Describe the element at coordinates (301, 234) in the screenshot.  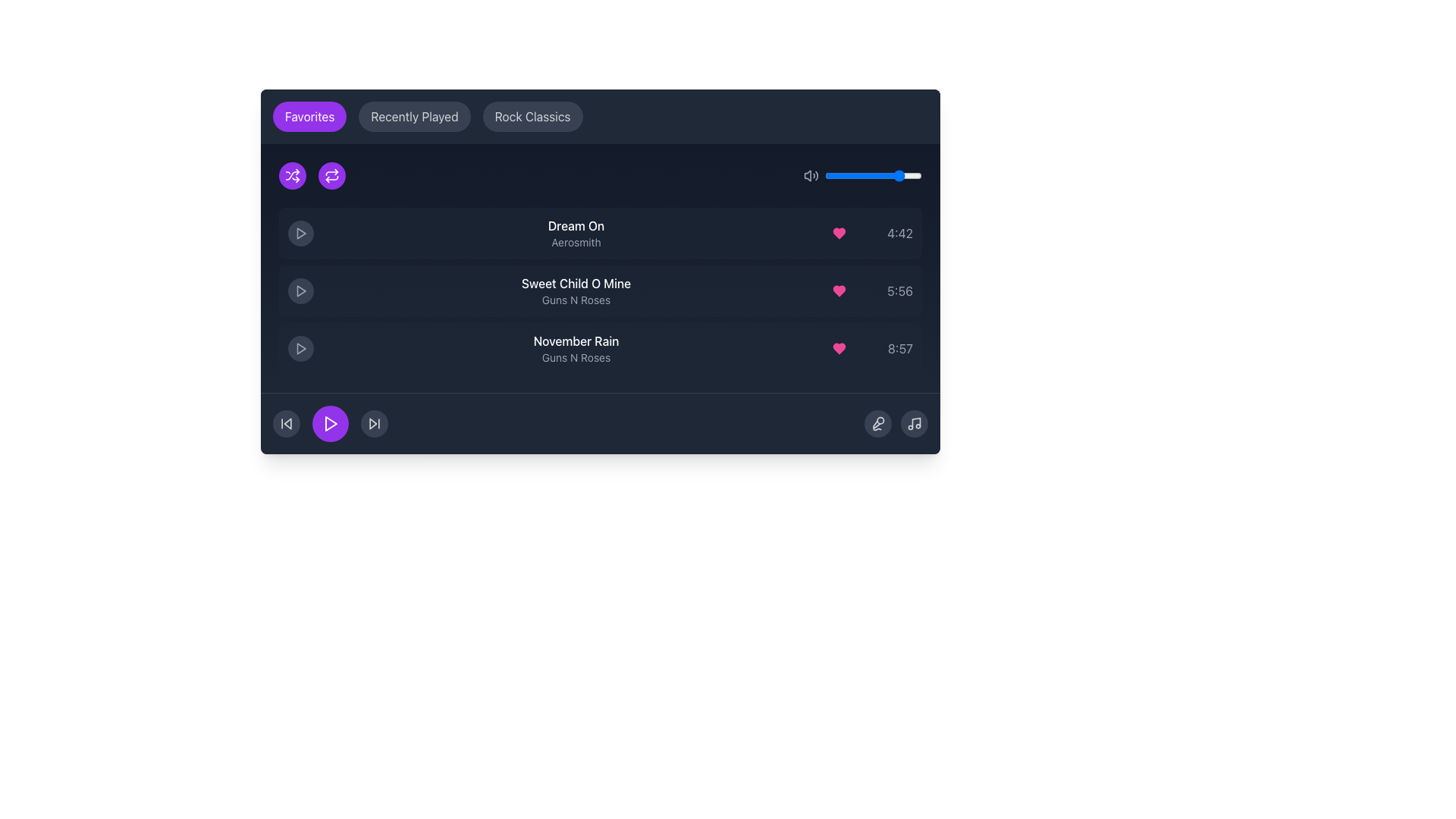
I see `the currently playing track icon aligned with the track title 'Dream On by Aerosmith' in the second row of the content section` at that location.